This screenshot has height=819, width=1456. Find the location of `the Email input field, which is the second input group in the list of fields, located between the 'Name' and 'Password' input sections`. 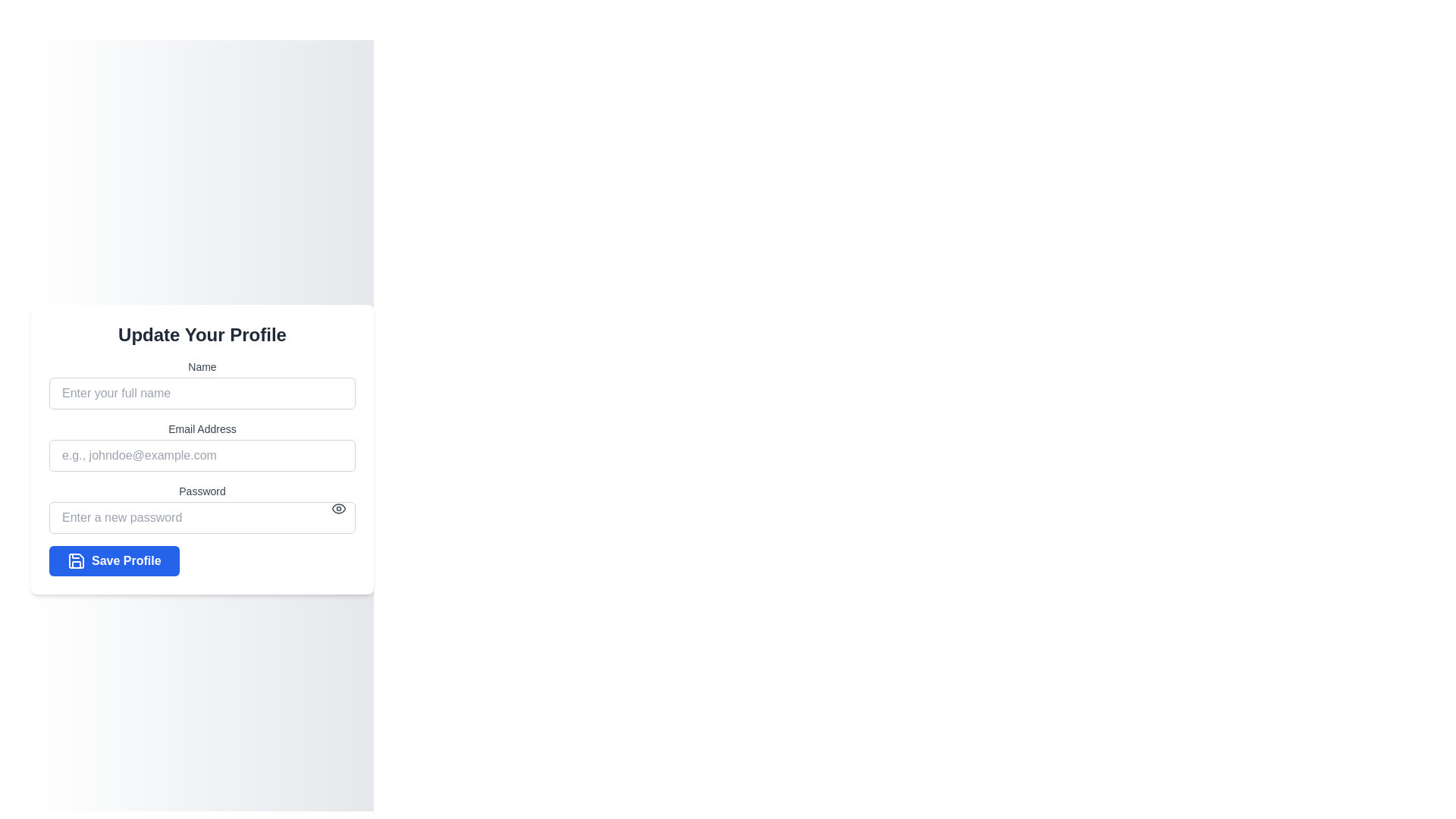

the Email input field, which is the second input group in the list of fields, located between the 'Name' and 'Password' input sections is located at coordinates (202, 446).